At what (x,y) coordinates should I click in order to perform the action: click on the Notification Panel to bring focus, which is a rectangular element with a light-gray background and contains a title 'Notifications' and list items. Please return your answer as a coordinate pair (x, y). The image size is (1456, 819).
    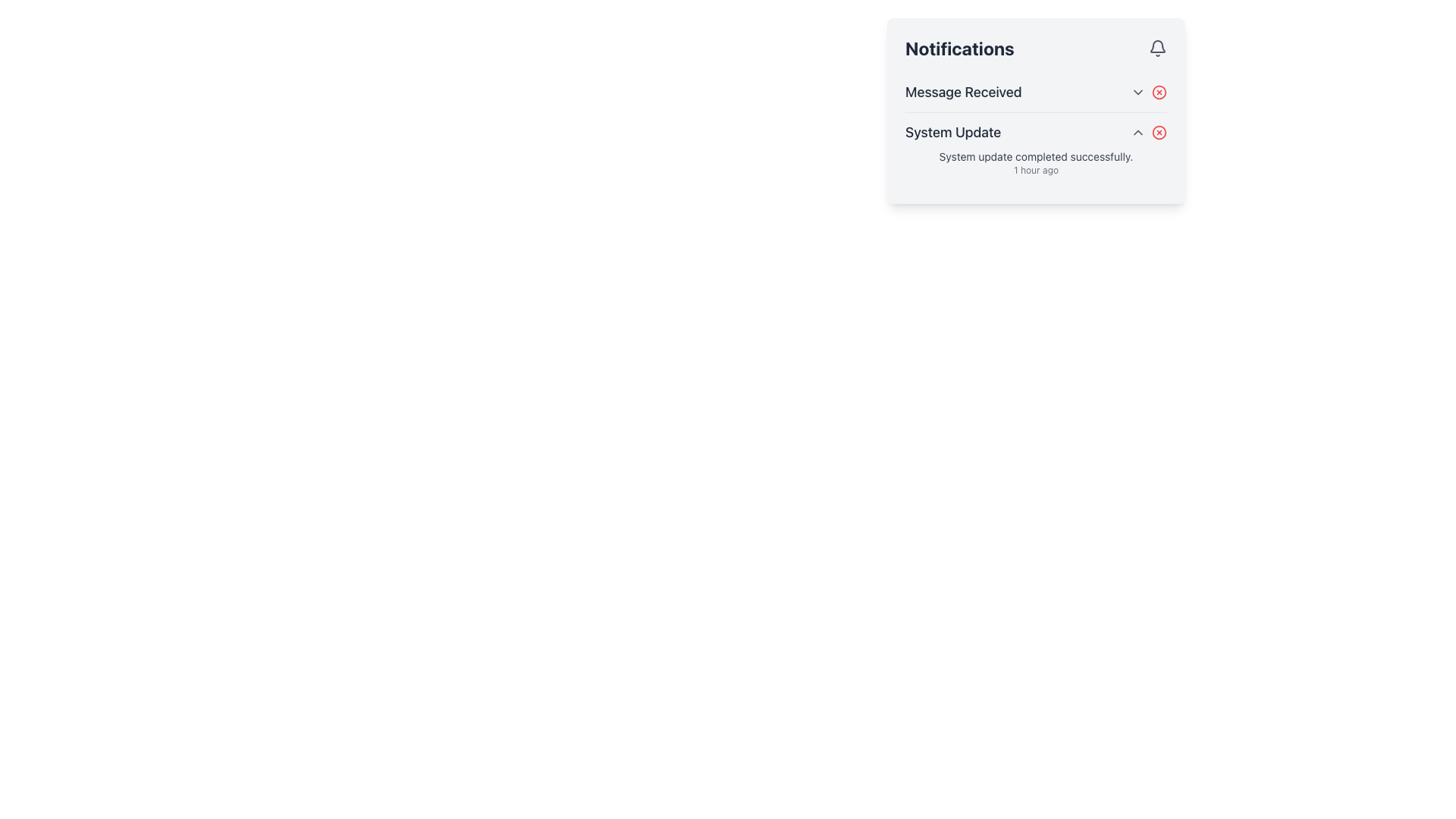
    Looking at the image, I should click on (1035, 110).